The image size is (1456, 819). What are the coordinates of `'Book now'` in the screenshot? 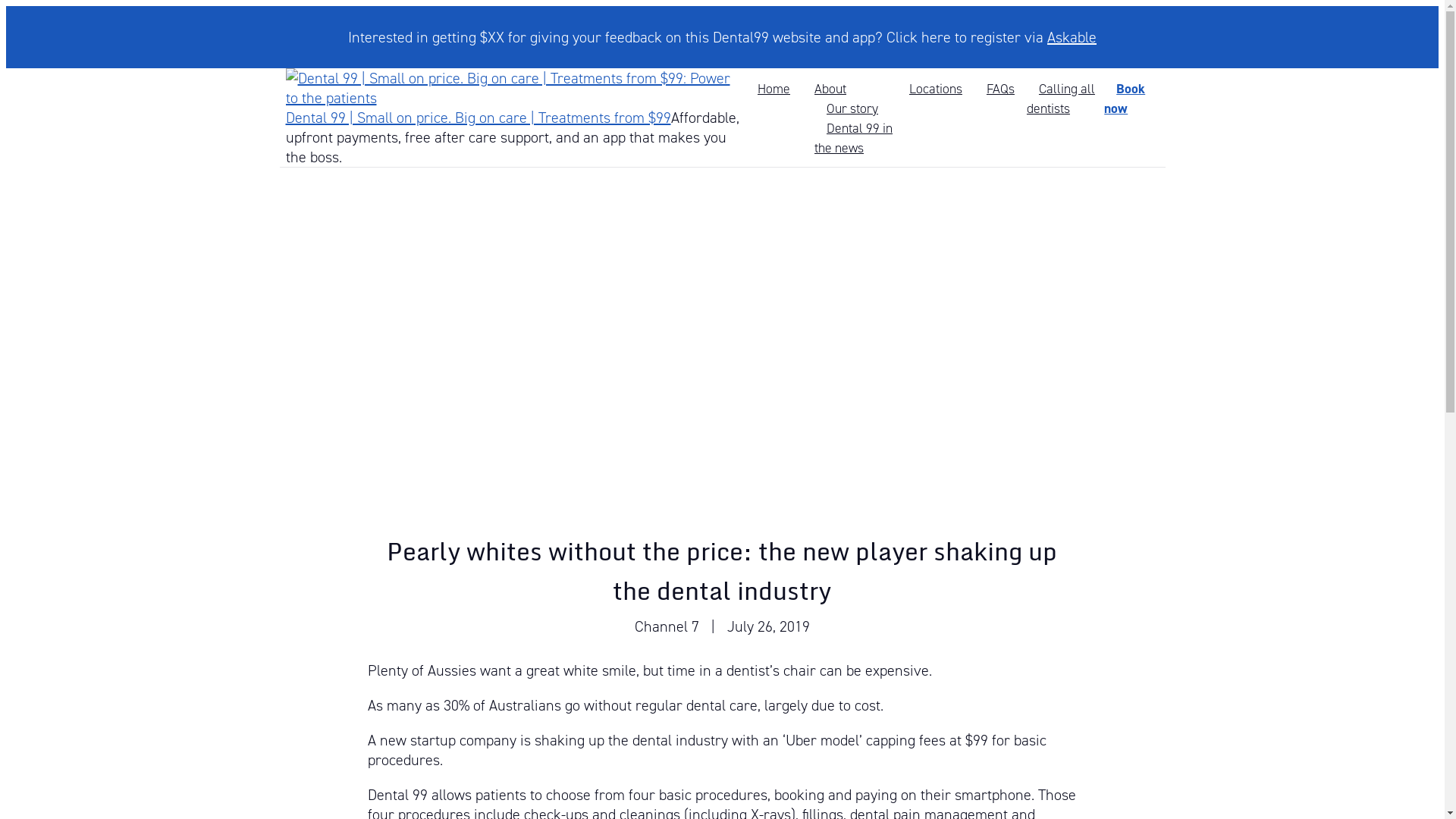 It's located at (1125, 99).